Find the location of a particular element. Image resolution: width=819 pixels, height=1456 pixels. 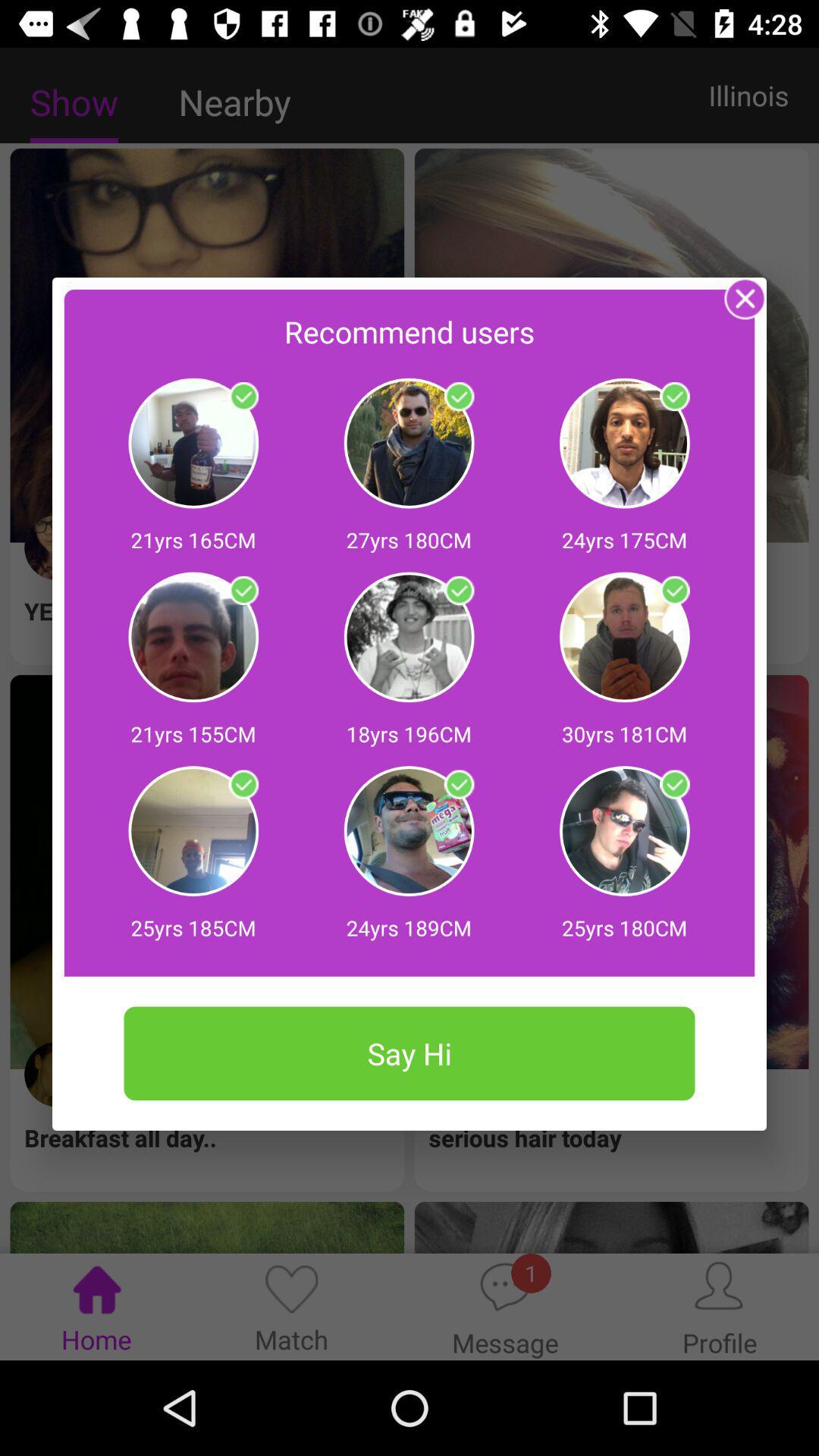

profile is located at coordinates (673, 397).